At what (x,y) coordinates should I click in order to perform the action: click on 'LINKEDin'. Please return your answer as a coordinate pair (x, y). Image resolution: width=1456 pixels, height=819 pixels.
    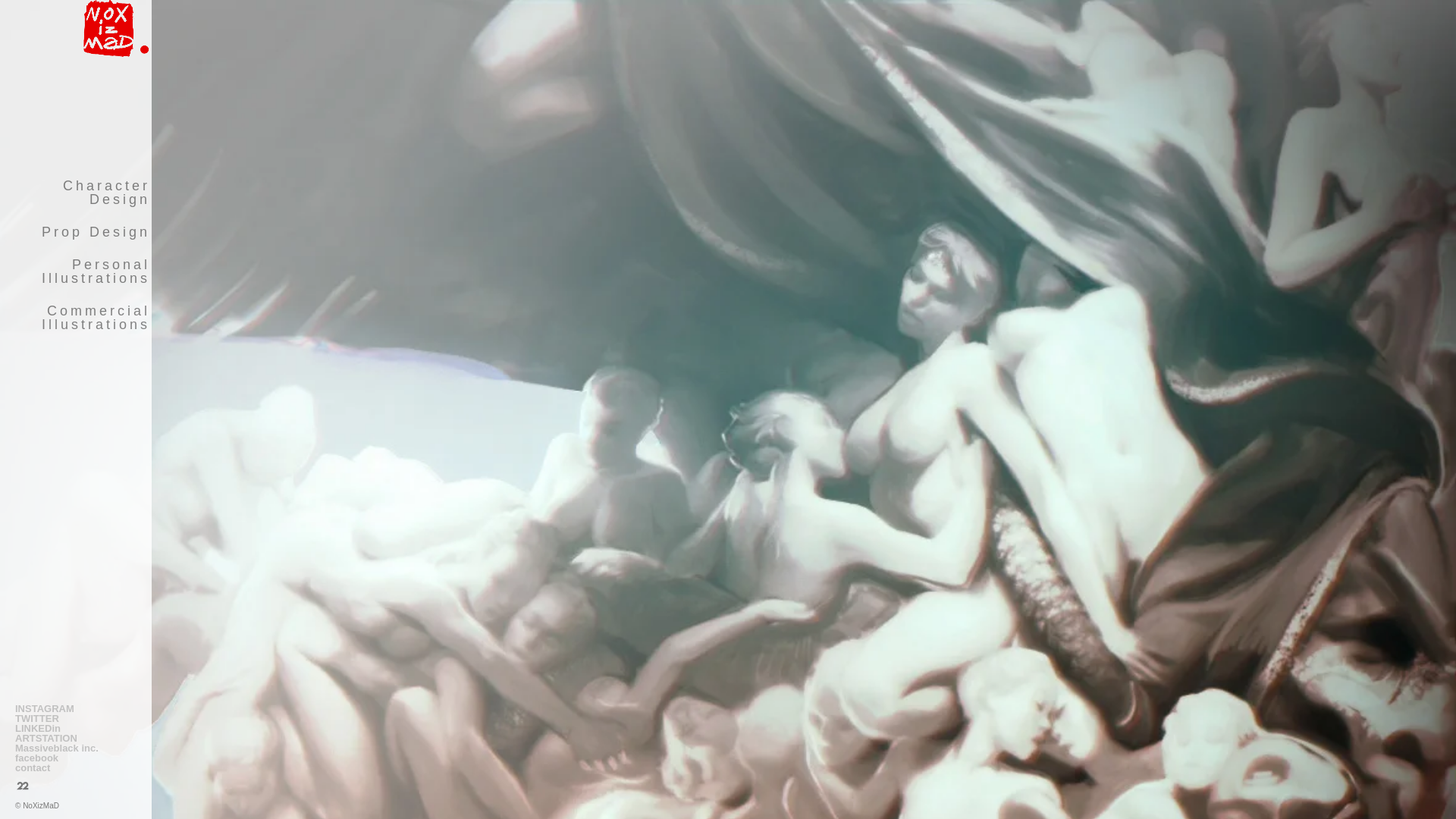
    Looking at the image, I should click on (14, 727).